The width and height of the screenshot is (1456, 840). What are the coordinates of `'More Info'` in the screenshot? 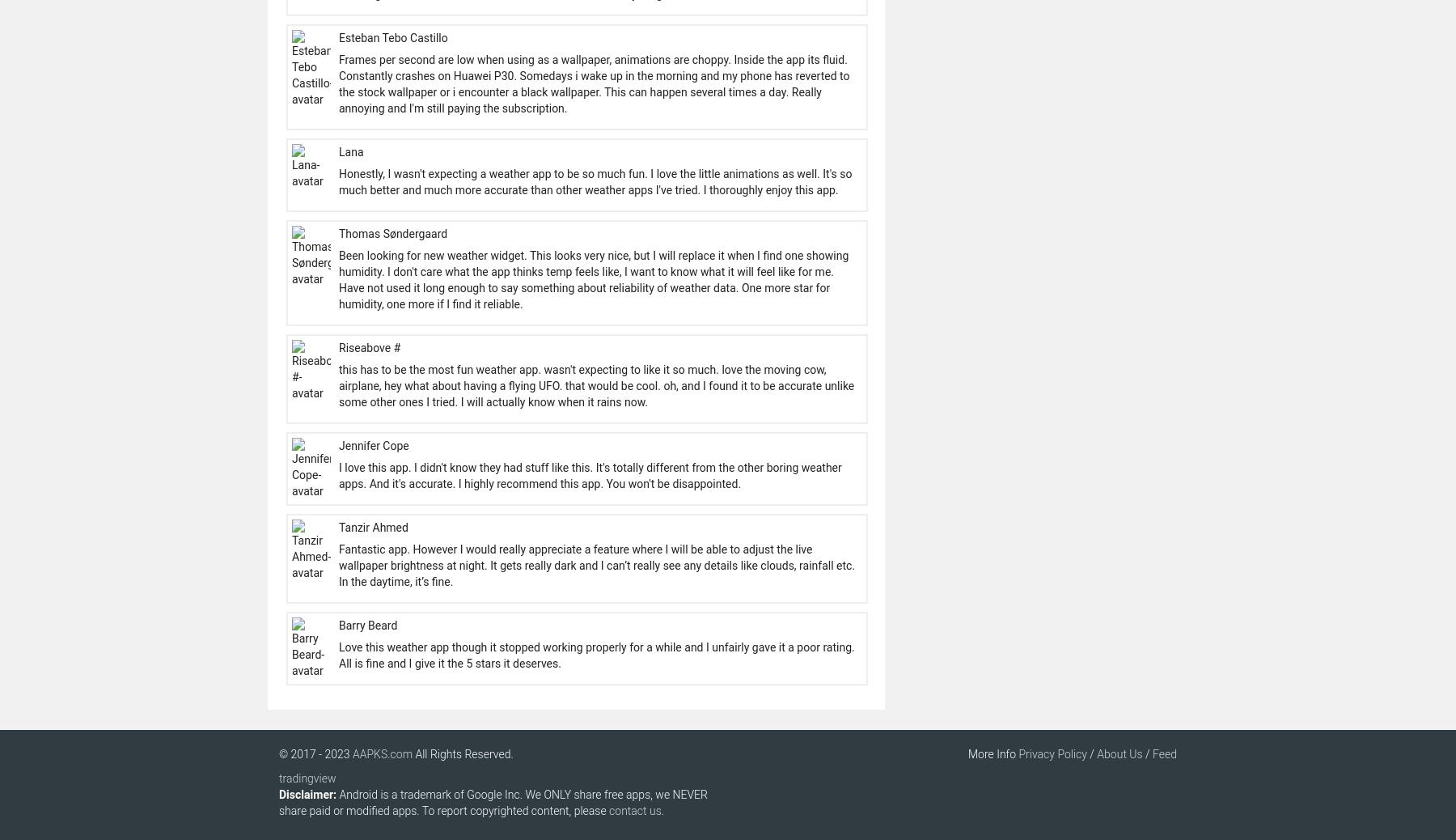 It's located at (992, 754).